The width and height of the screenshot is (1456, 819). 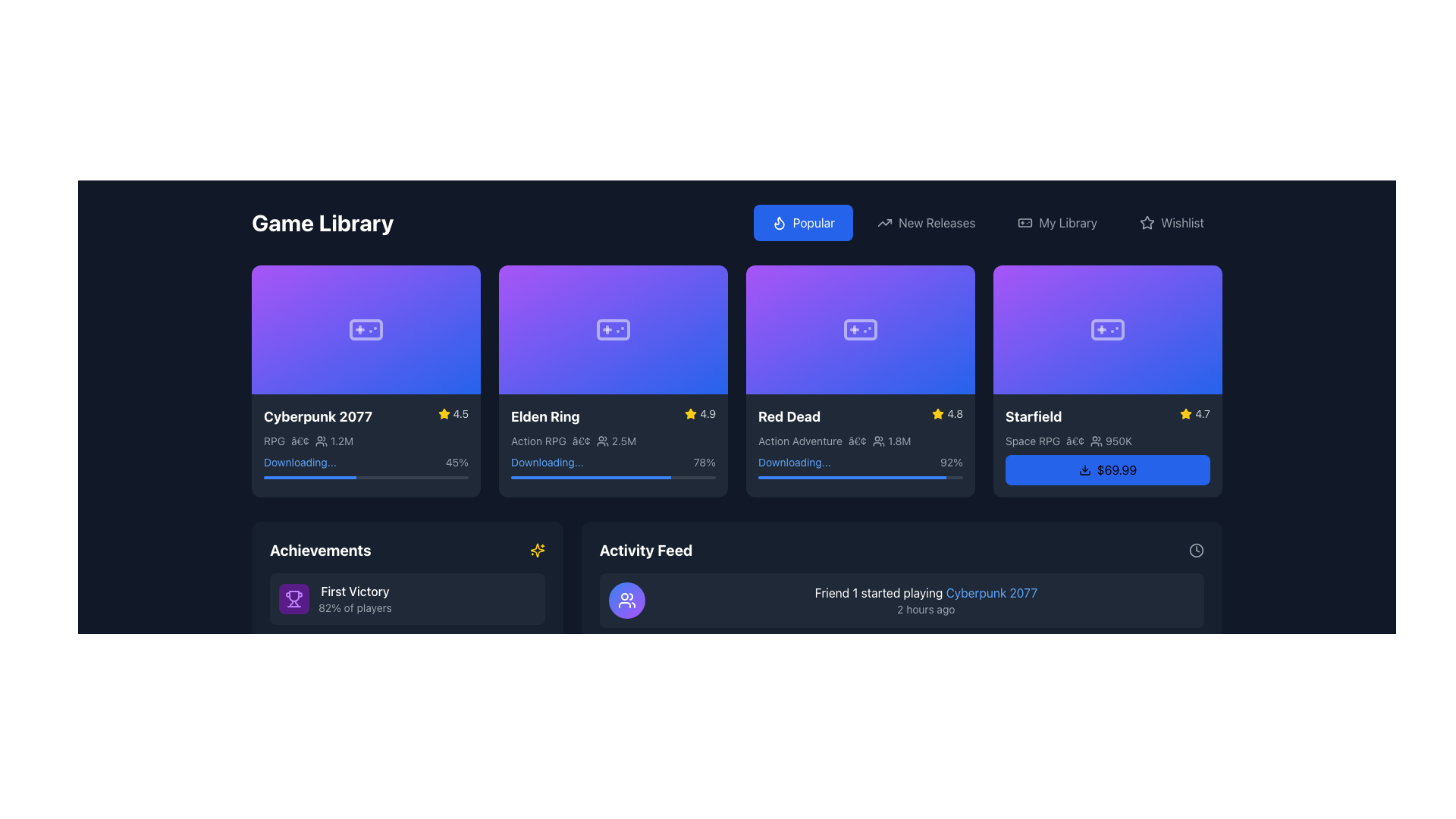 I want to click on the decorative graphical element located at the center of the game controller icon in the second card from the right in the top row of the 'Game Library' section, so click(x=860, y=328).